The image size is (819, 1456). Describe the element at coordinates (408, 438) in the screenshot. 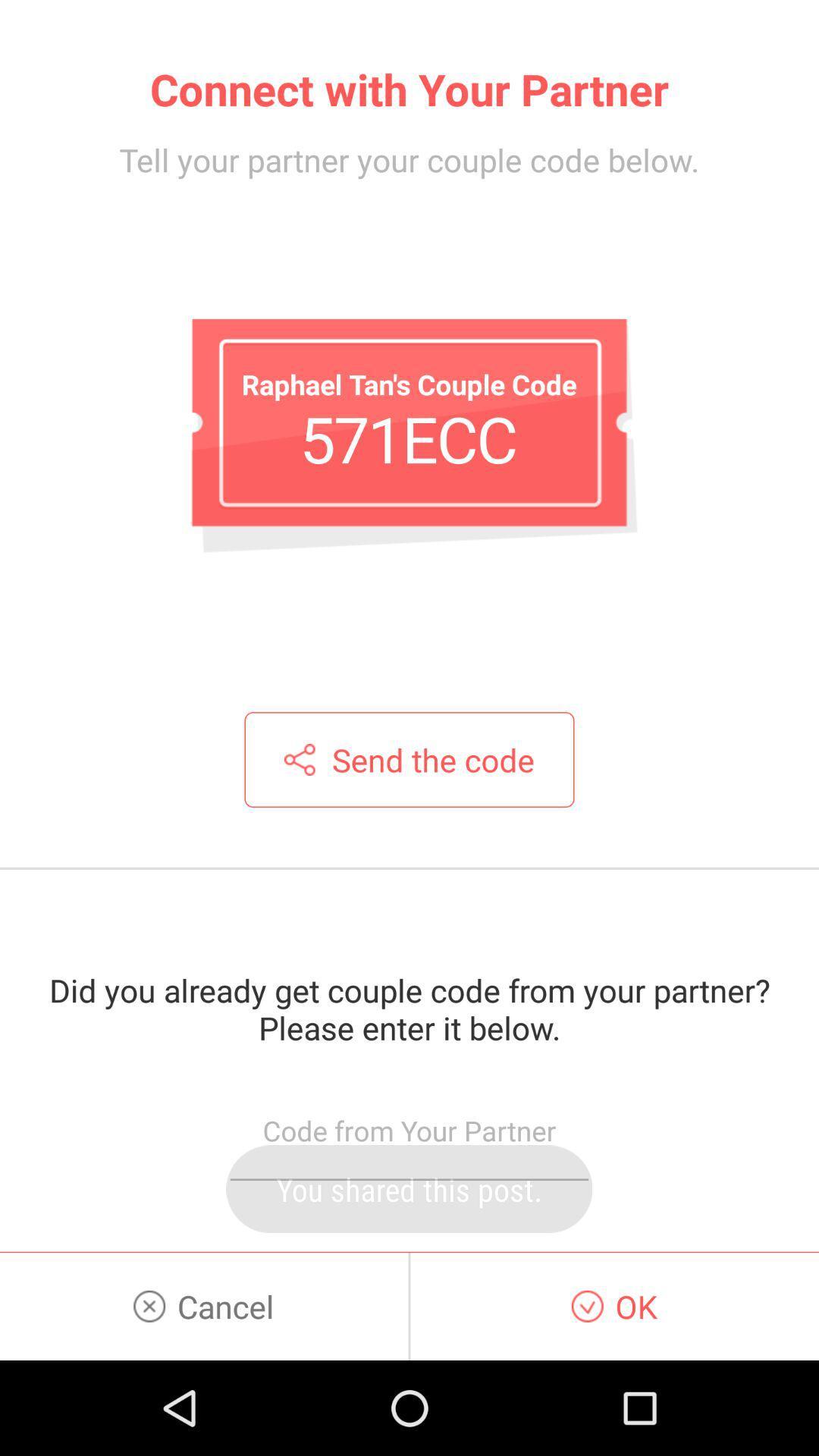

I see `the icon below tell your partner app` at that location.